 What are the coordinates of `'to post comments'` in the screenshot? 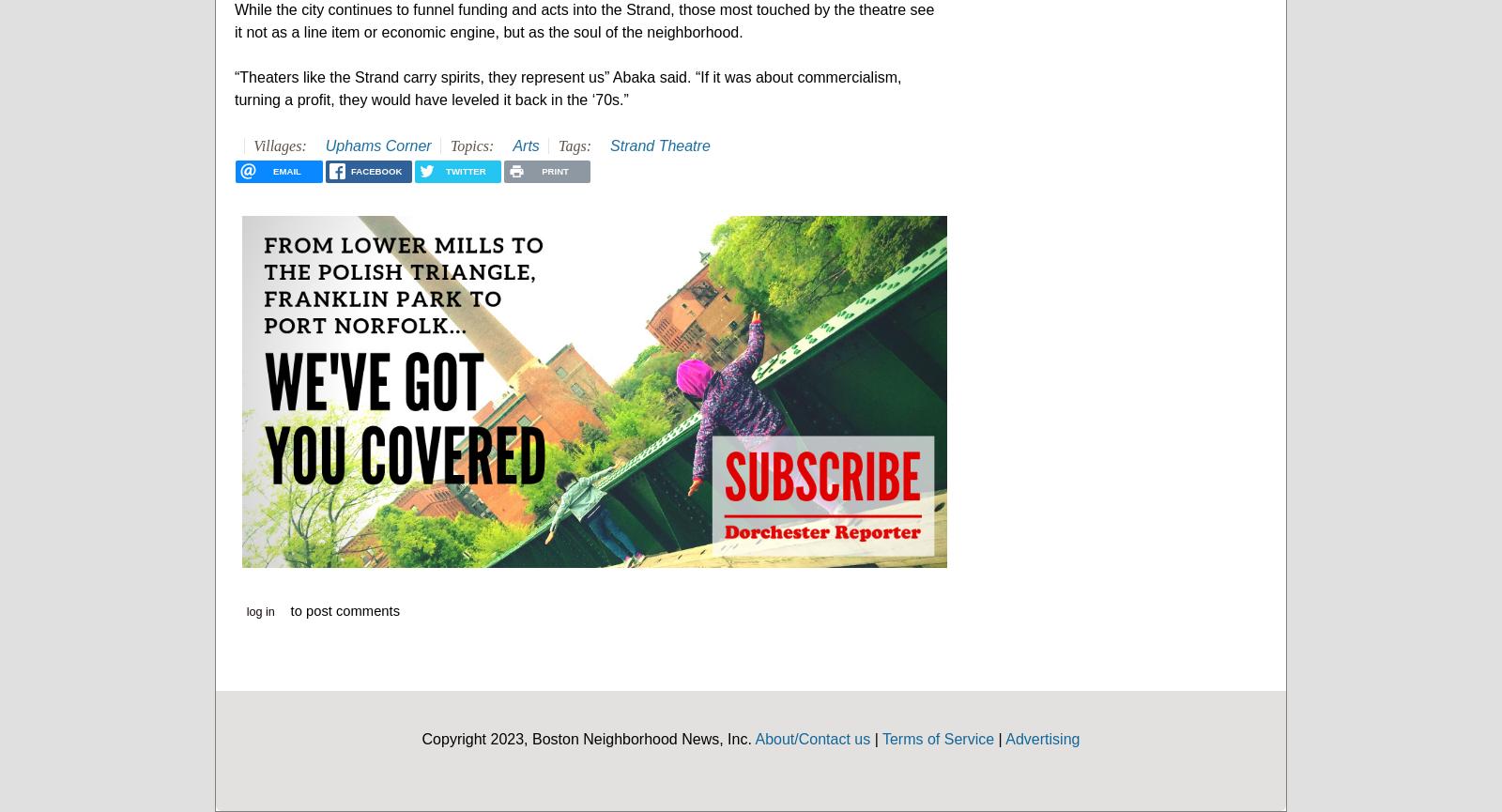 It's located at (285, 609).